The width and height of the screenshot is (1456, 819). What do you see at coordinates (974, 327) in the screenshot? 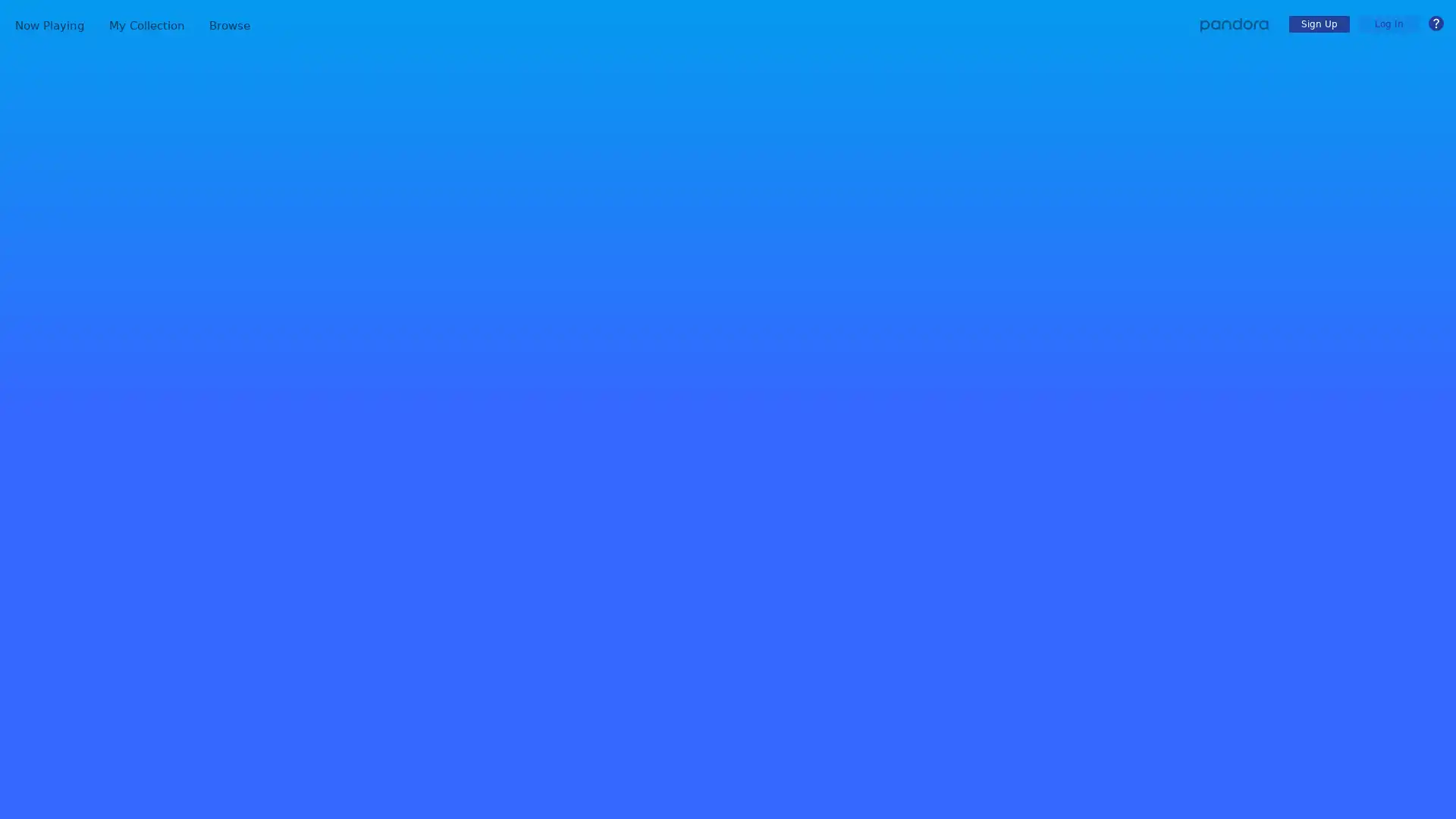
I see `Play Ep. 48 | Argo AIs Hardware VP Talks Autonomous Vehicles and Single Photon Lidar Ep. 48 | Argo AIs Hardware VP Talks Autonomous Vehicles and Single Photon Lidar Jun 21, 2022 53:29 more ... When your junior high school balsa wood bridge is the envy of MIT professors, it is probably a good bet you will have a distinguished engineering career. Argo AIs VP of Firmware and Hardware Zach Little knew from a pretty early age that he wanted to work in technology. But not even he could have imagined the diverse set of companies he would work for. Zach already had a fascinating career arc prior to joining Argo AI. And now he is working on advanced hardware and firmware to make fully autonomous driving a reality. In this entertaining interview with Moores Lobbys Daniel Bogdanoff, Zach retraces his career path and talks about the current challenges and opportunities when building AVs in collaboration with Volkswagen and Ford. There are a lot of good tech discussions that you will not want to miss including single-photon lidar detection and the challenges of detecting black cars at long range. Other highlights include: How the west coast beckoned this midwestern young man with...free soda? The different challenges posed by developing AVs for both Miami and Munich The connection between USB keyboards and AVs Zachs uncomfortable first ride in an autonomous vehicle` at bounding box center [974, 327].